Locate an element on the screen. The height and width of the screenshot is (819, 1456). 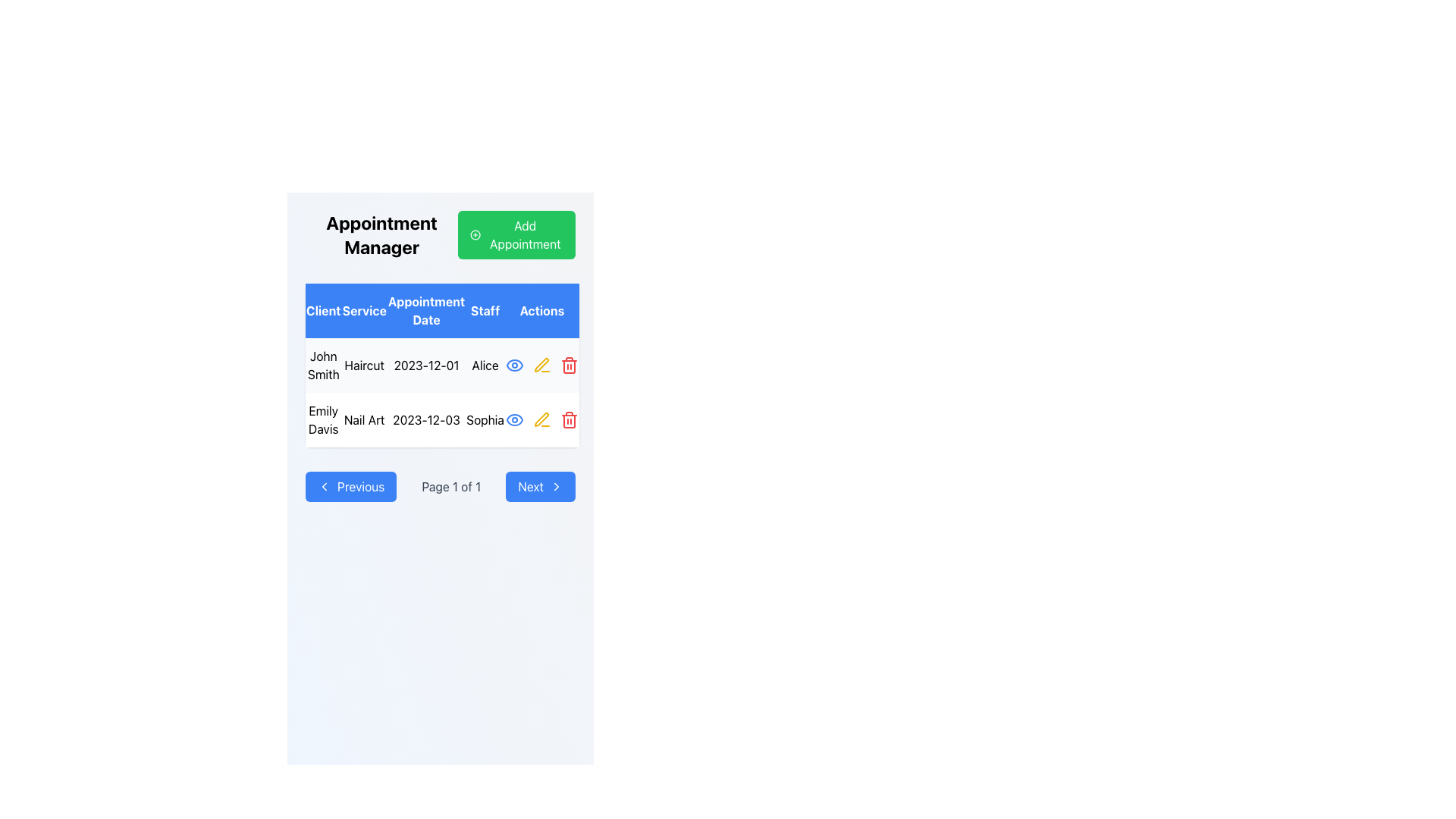
the text label displaying 'Alice' under the 'Staff' column in the tabular structure for the client 'John Smith' and service 'Haircut' is located at coordinates (485, 366).